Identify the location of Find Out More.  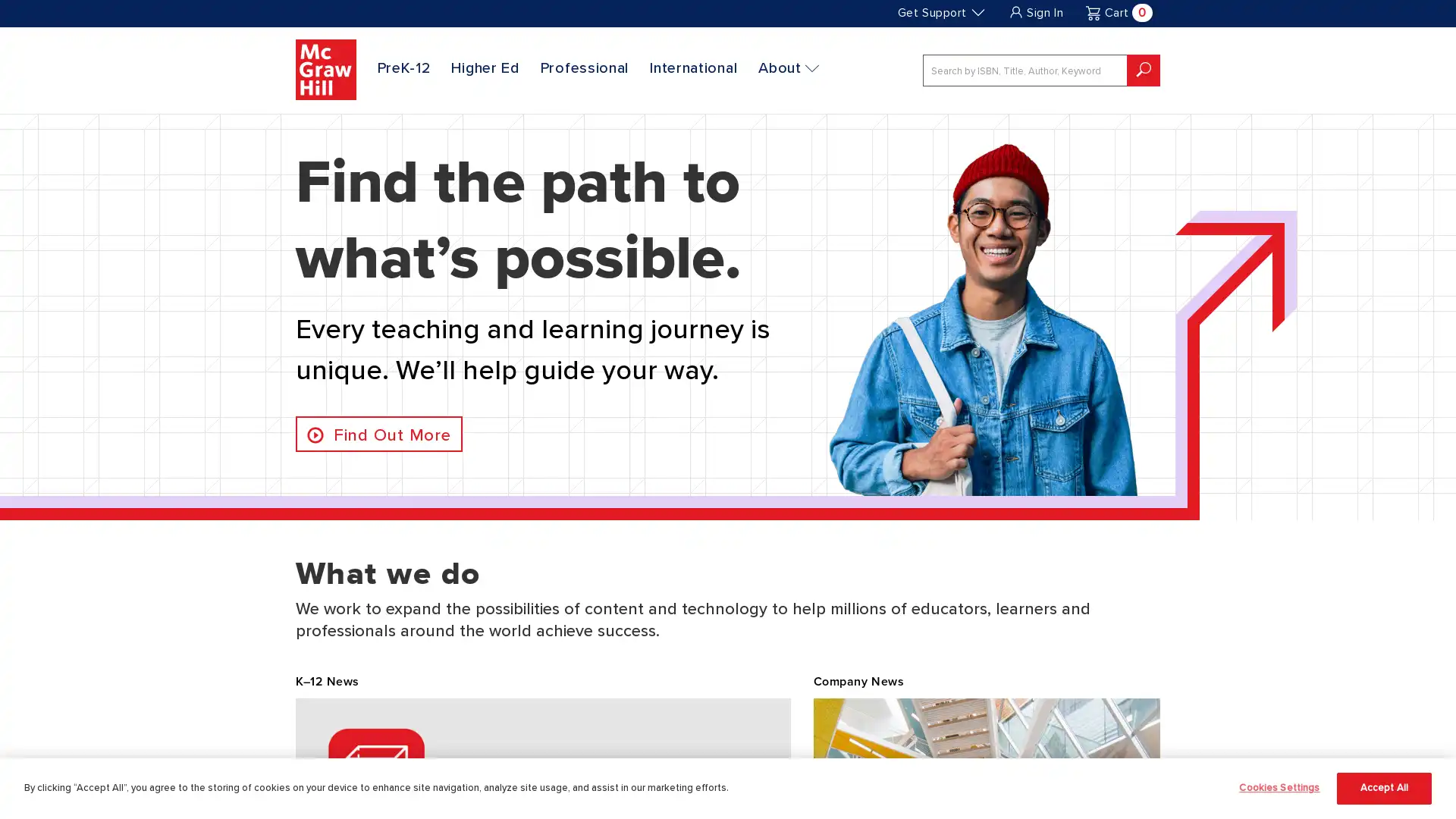
(378, 433).